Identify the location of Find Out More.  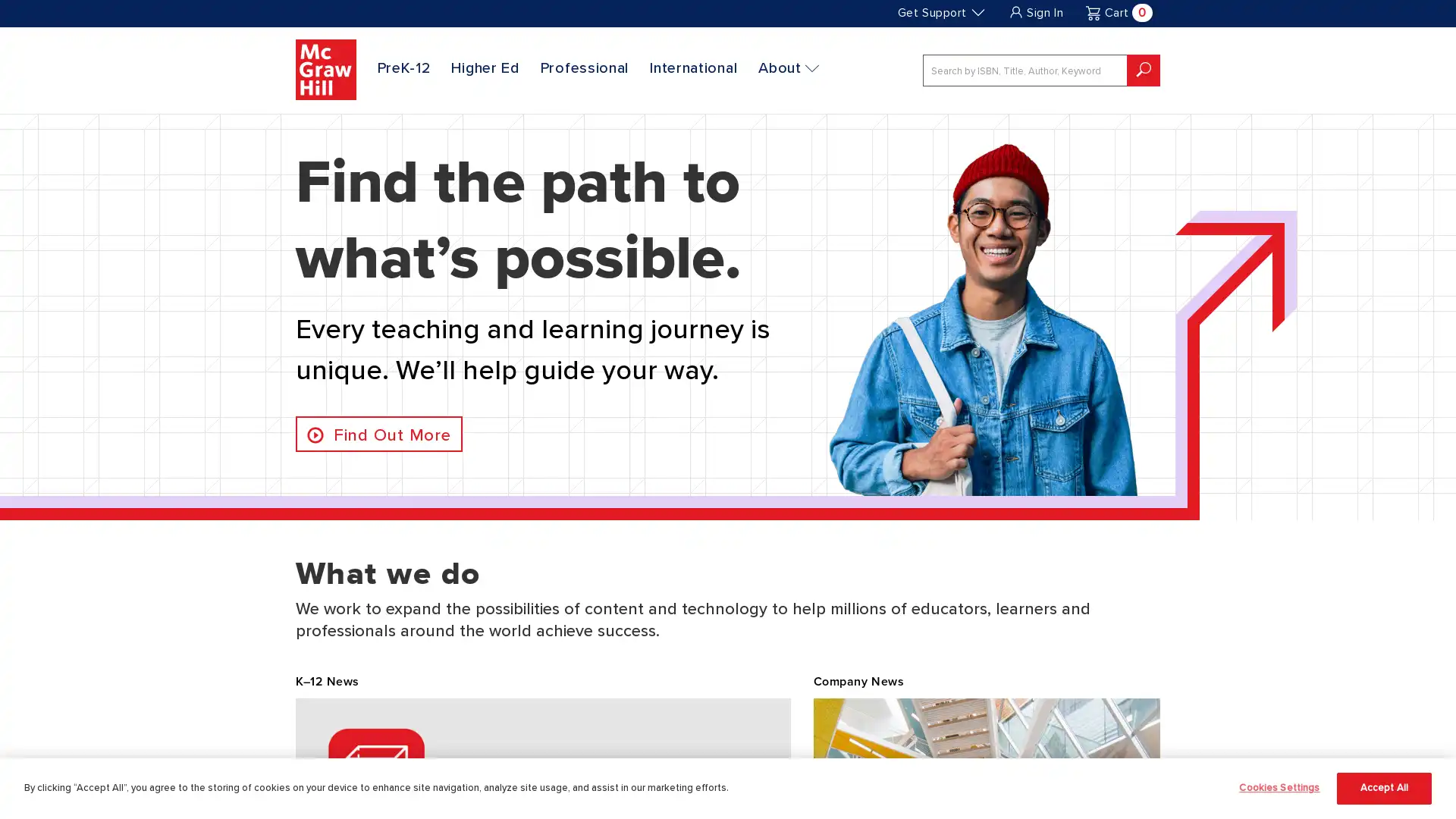
(378, 433).